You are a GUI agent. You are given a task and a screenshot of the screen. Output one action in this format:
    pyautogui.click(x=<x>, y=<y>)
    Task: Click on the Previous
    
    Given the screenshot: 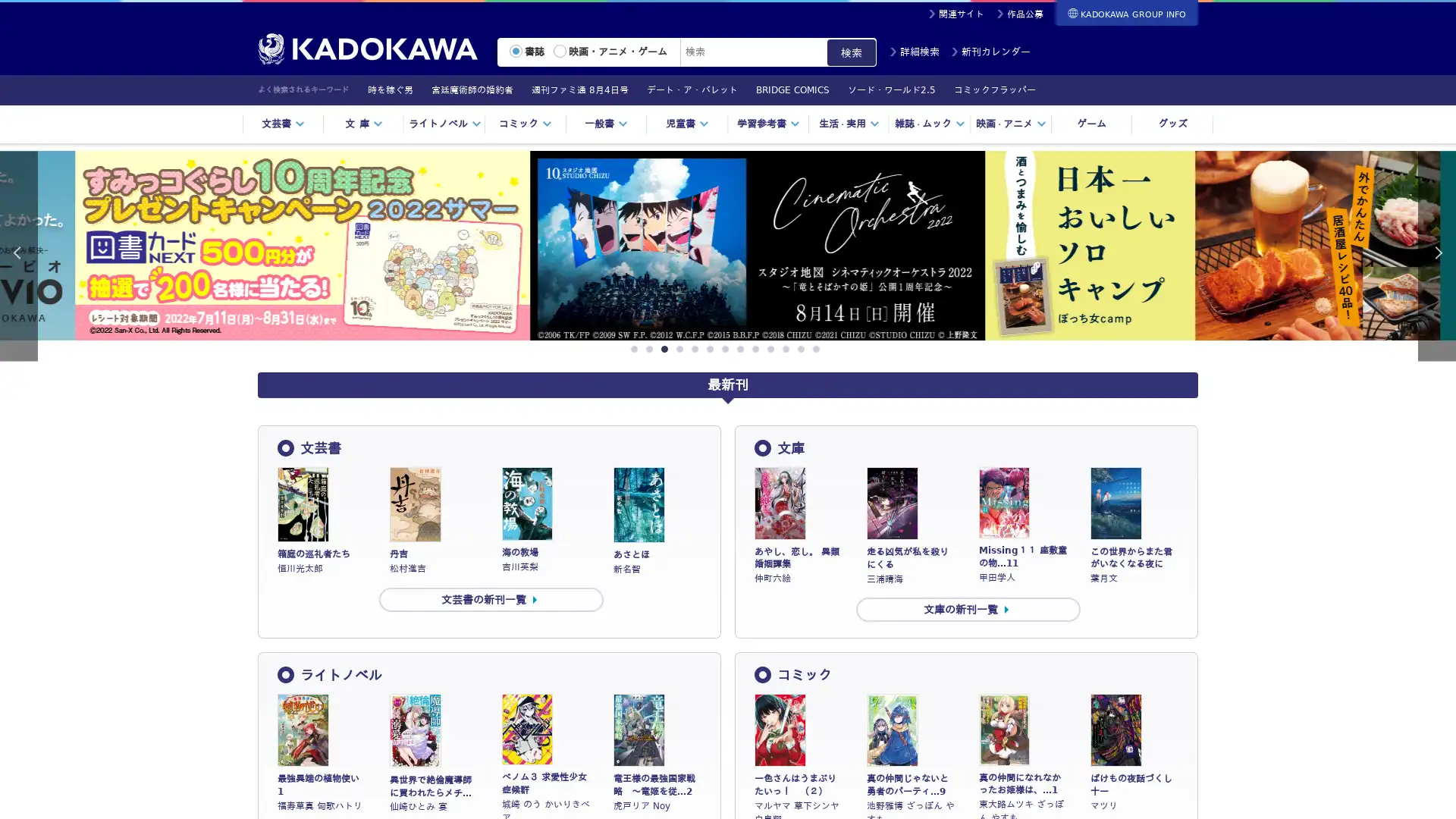 What is the action you would take?
    pyautogui.click(x=346, y=90)
    